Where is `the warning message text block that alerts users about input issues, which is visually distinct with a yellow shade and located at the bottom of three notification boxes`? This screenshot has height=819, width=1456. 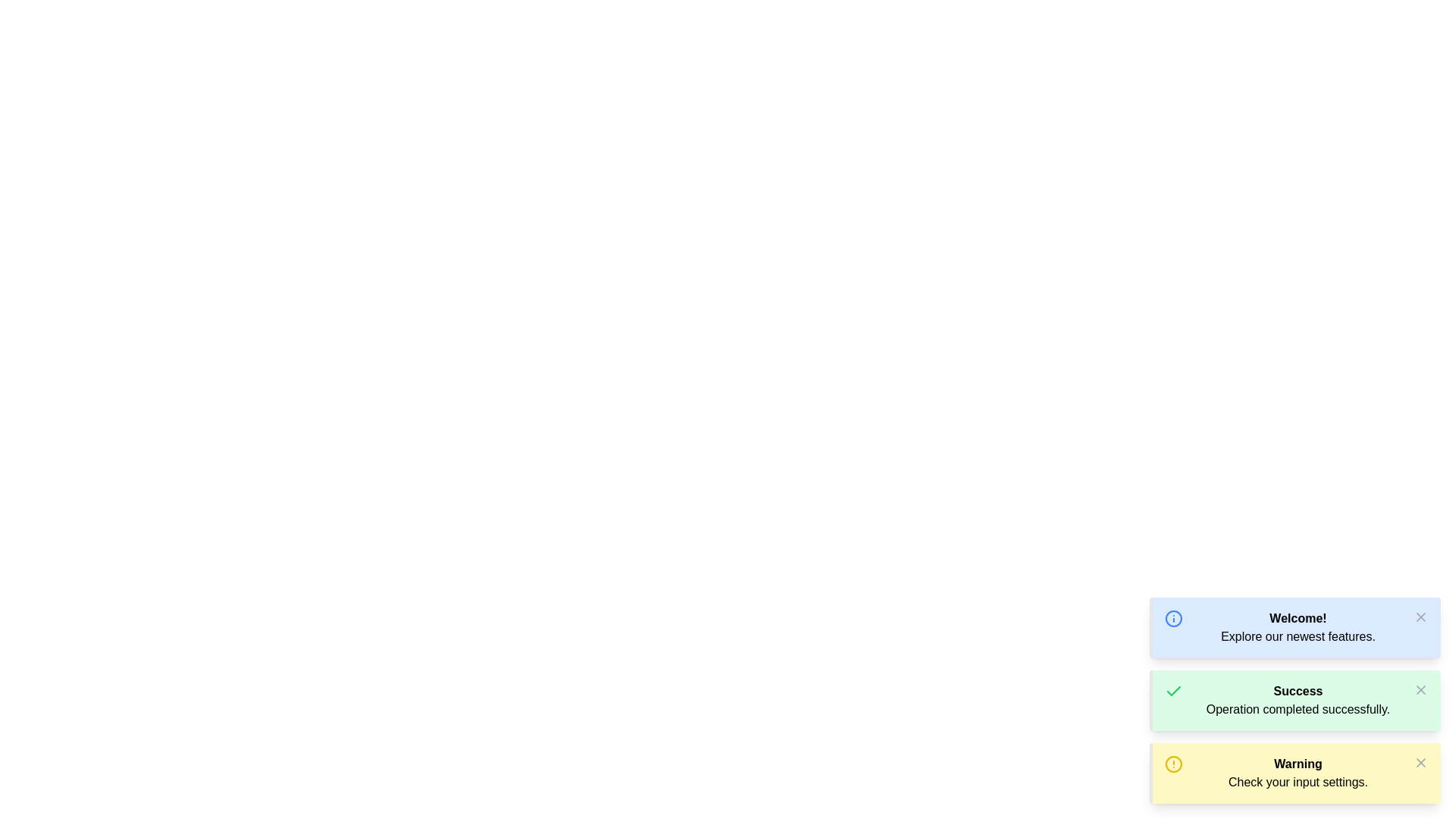 the warning message text block that alerts users about input issues, which is visually distinct with a yellow shade and located at the bottom of three notification boxes is located at coordinates (1298, 773).